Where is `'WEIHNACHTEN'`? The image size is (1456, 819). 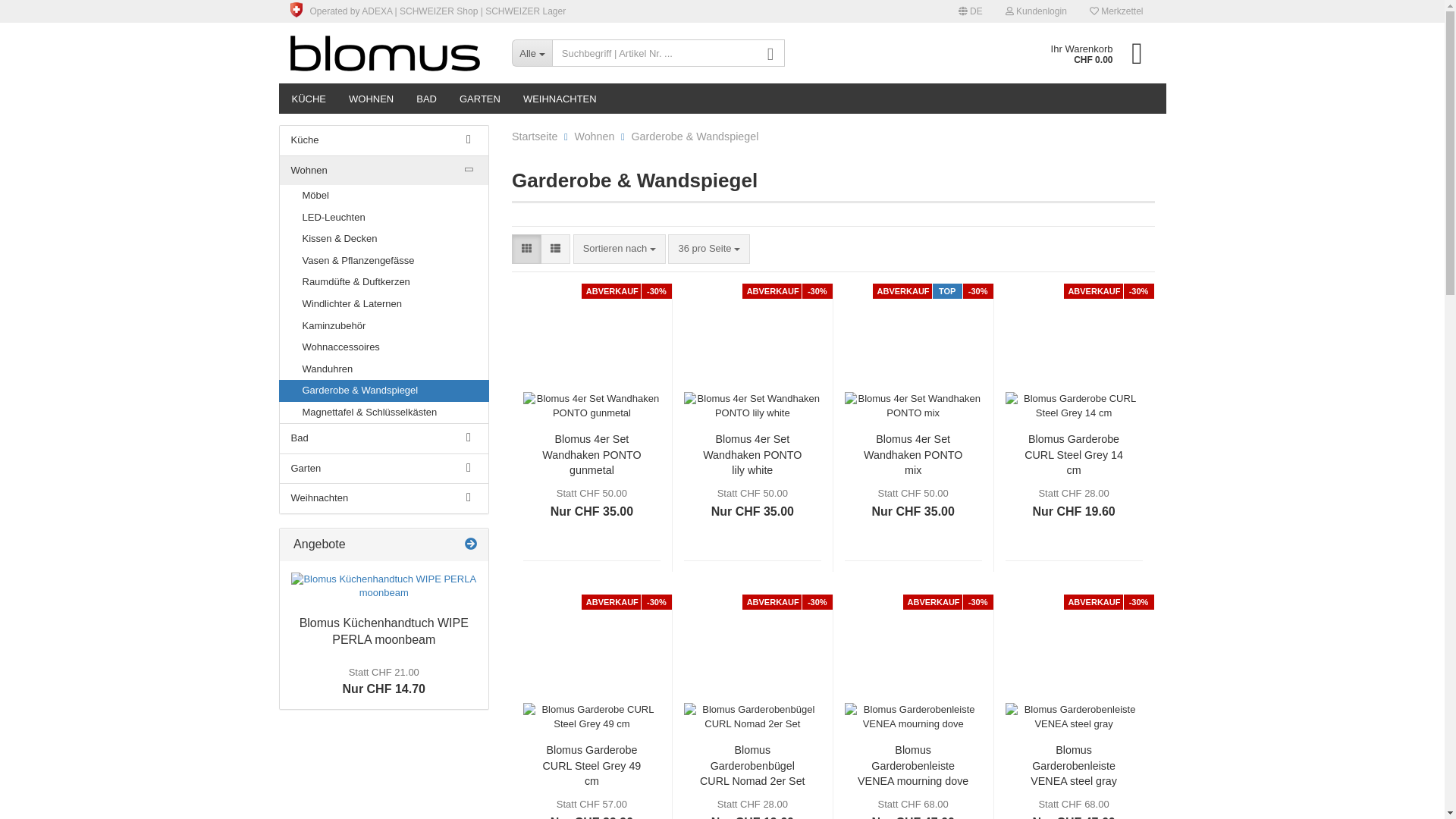
'WEIHNACHTEN' is located at coordinates (559, 99).